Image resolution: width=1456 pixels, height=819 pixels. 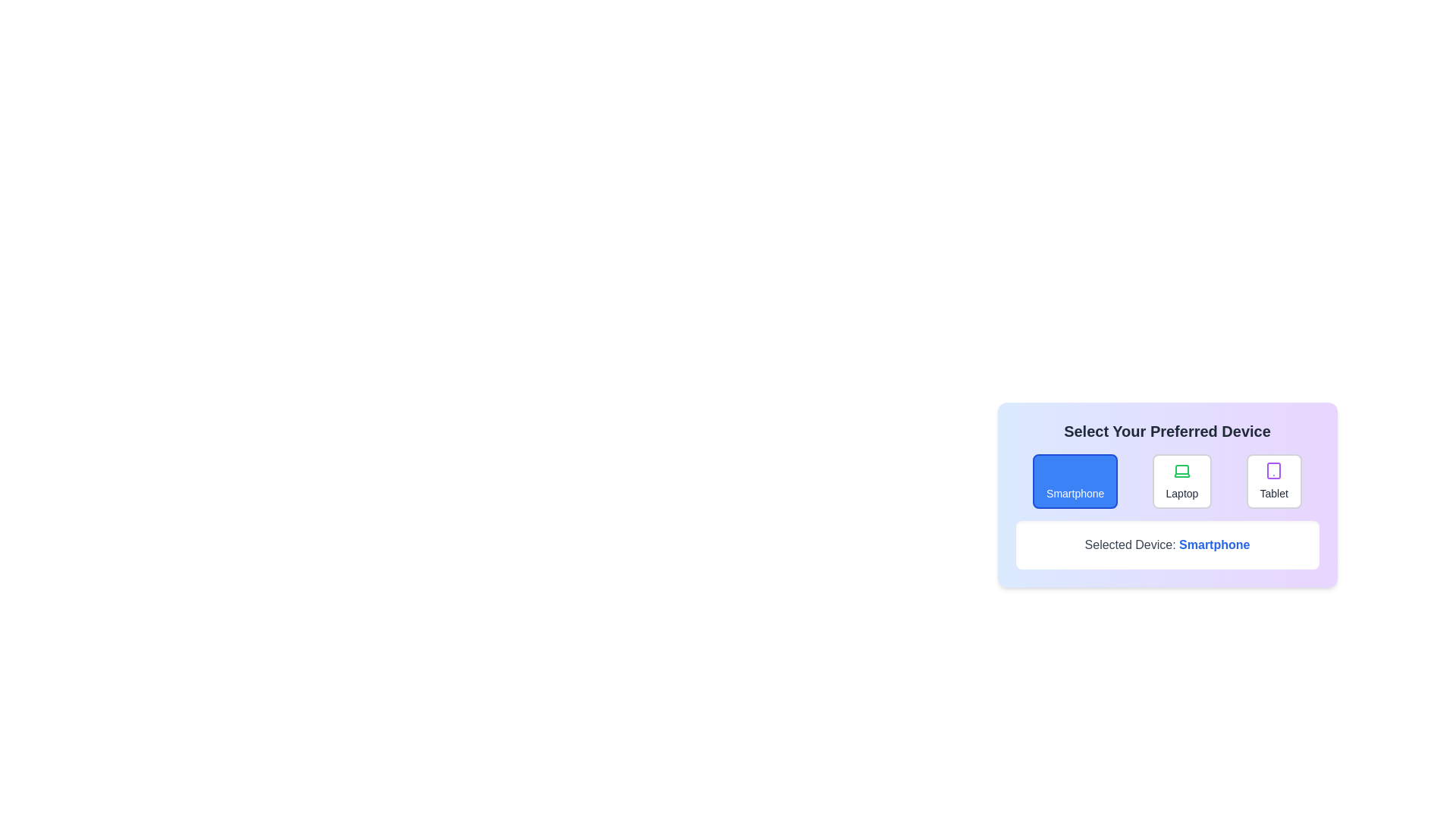 What do you see at coordinates (1181, 482) in the screenshot?
I see `the 'Laptop' button, which is the second button in a group of three, to trigger its animation` at bounding box center [1181, 482].